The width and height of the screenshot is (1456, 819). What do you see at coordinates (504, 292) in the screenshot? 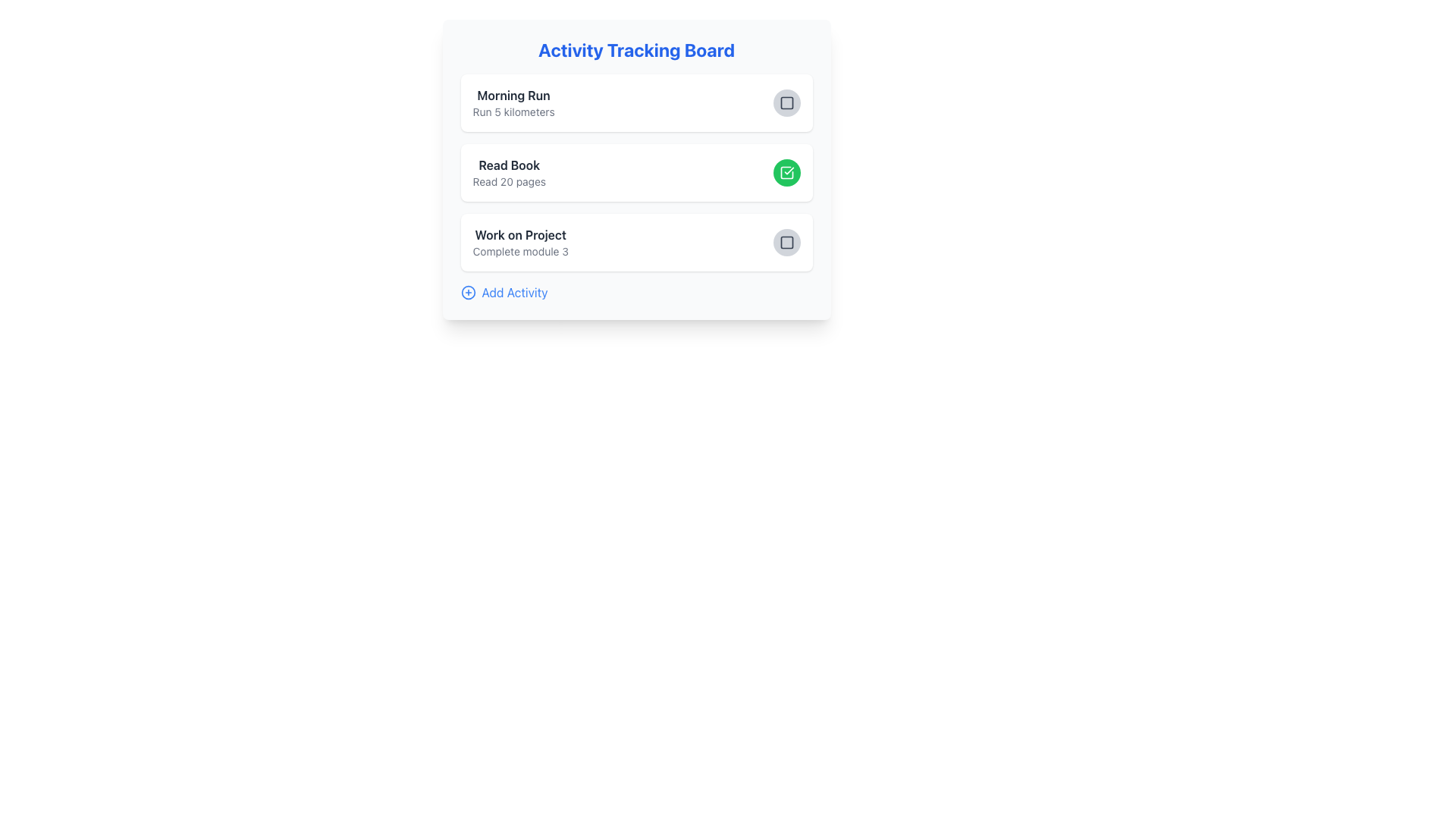
I see `the 'Add Activity' button located at the bottom of the 'Activity Tracking Board' section to initiate adding a new activity` at bounding box center [504, 292].